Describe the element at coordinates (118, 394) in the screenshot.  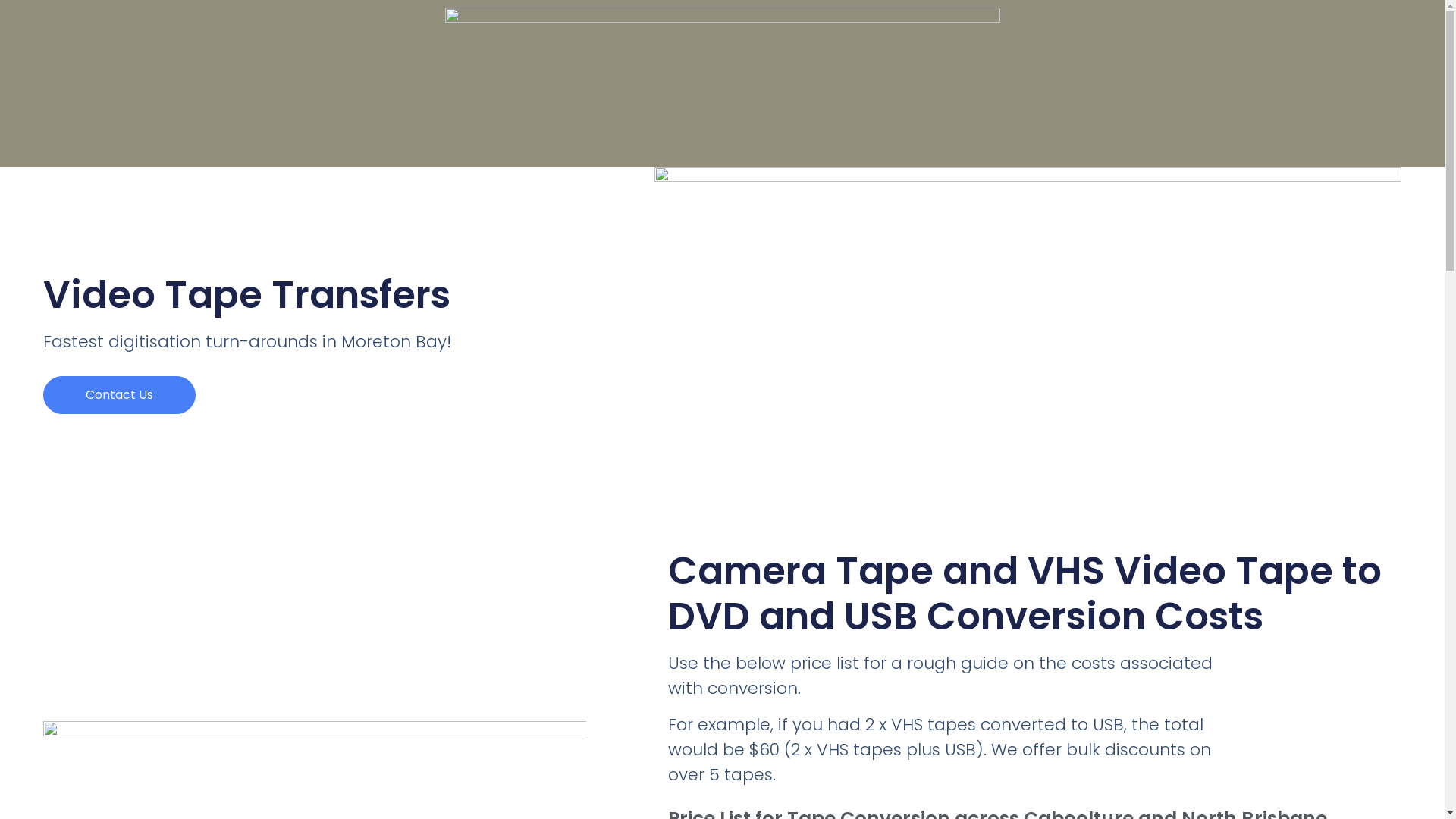
I see `'Contact Us'` at that location.